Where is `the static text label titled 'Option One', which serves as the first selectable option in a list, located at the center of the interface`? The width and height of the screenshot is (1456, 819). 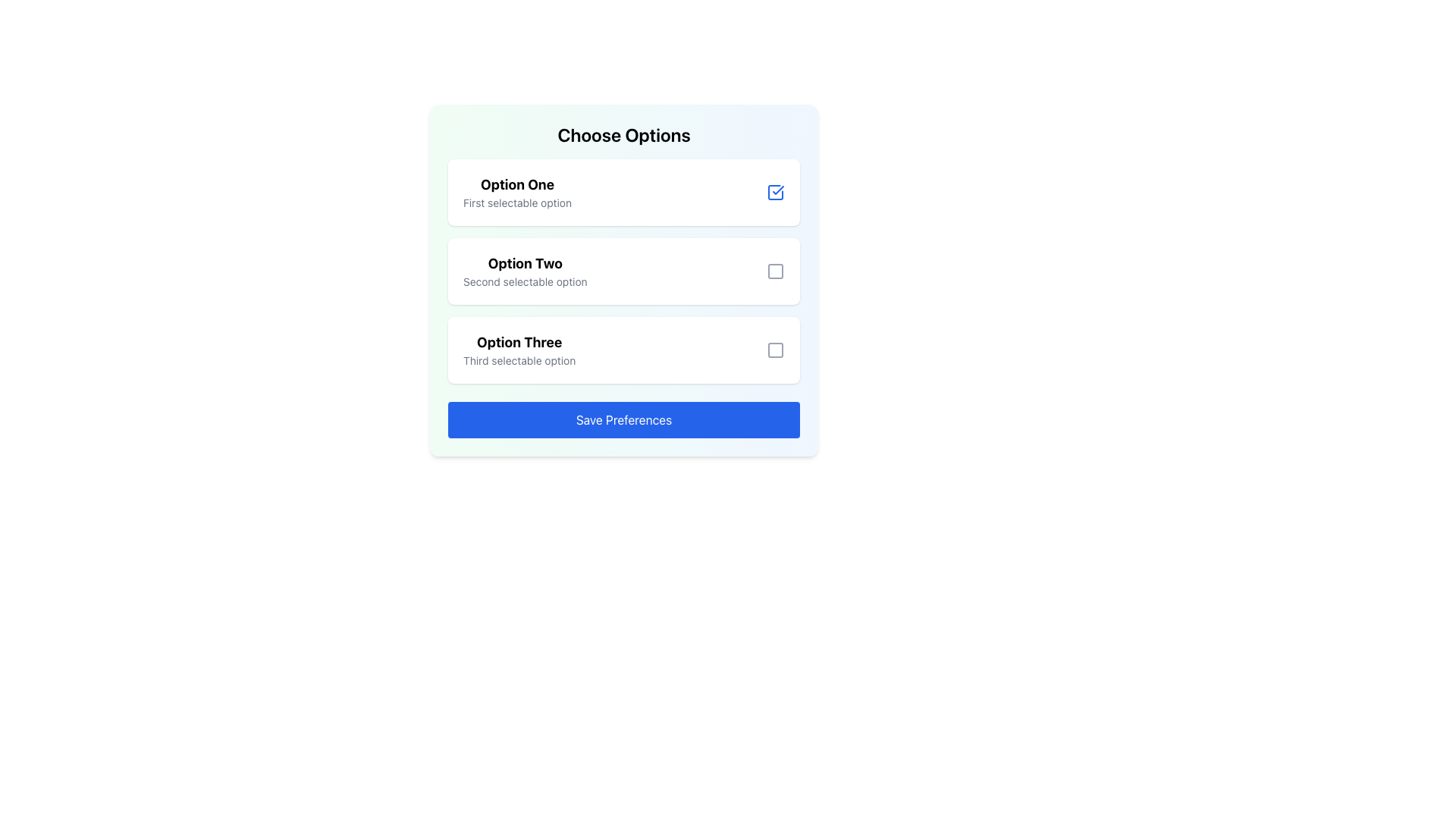 the static text label titled 'Option One', which serves as the first selectable option in a list, located at the center of the interface is located at coordinates (517, 184).